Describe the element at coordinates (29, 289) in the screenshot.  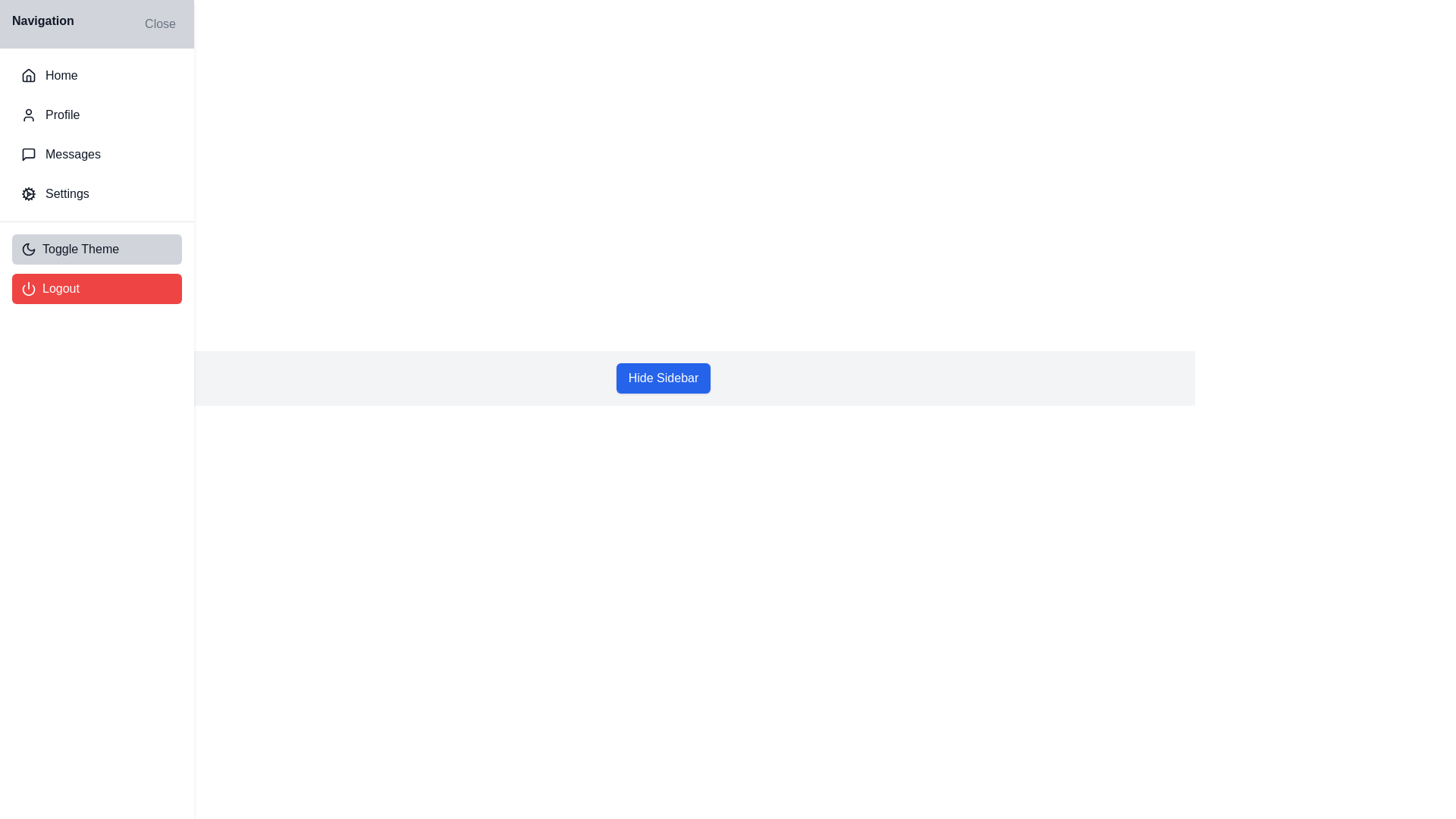
I see `the Logout icon located within the Logout button on the vertical navigation sidebar` at that location.